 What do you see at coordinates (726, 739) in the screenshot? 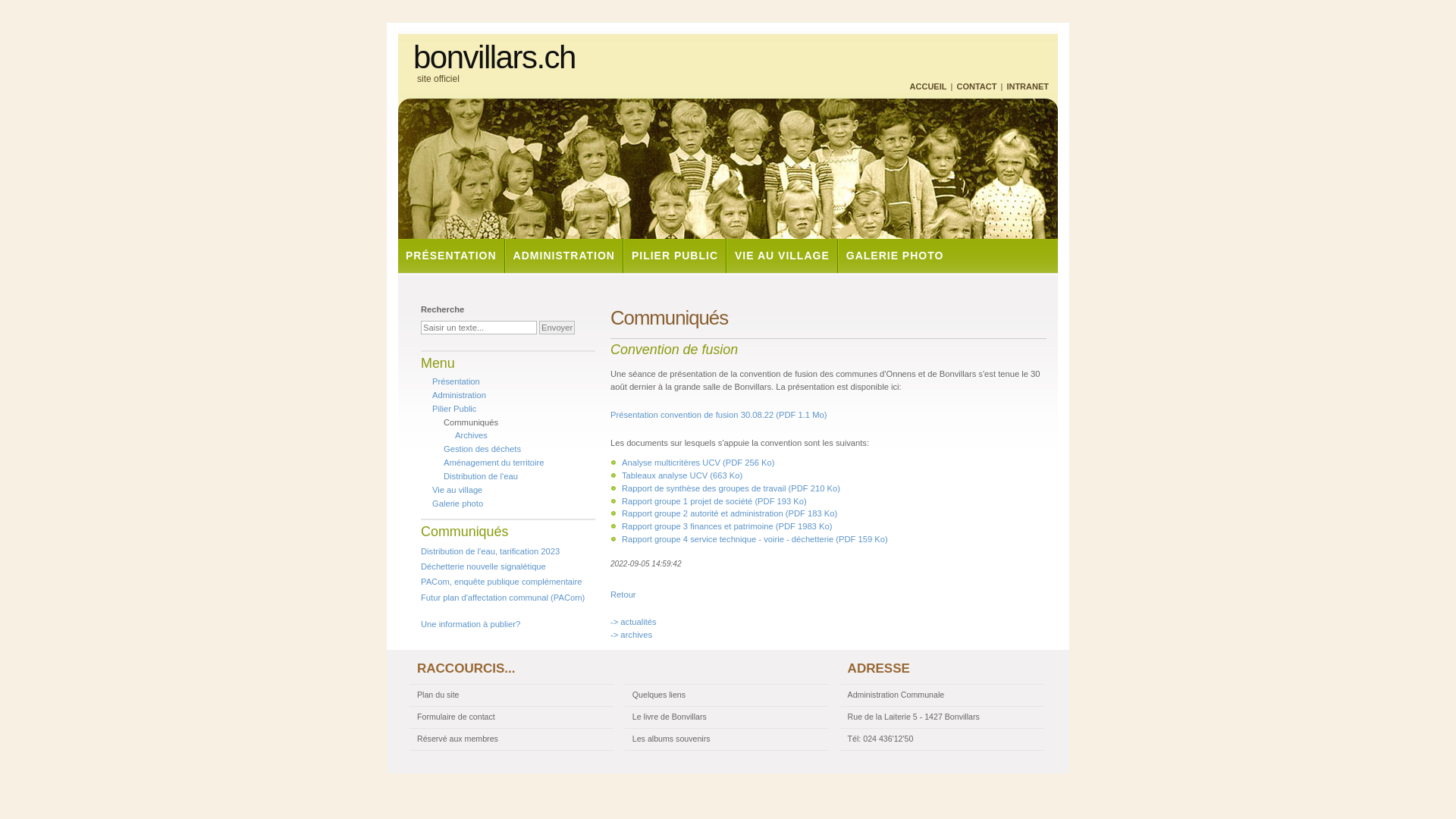
I see `'Les albums souvenirs'` at bounding box center [726, 739].